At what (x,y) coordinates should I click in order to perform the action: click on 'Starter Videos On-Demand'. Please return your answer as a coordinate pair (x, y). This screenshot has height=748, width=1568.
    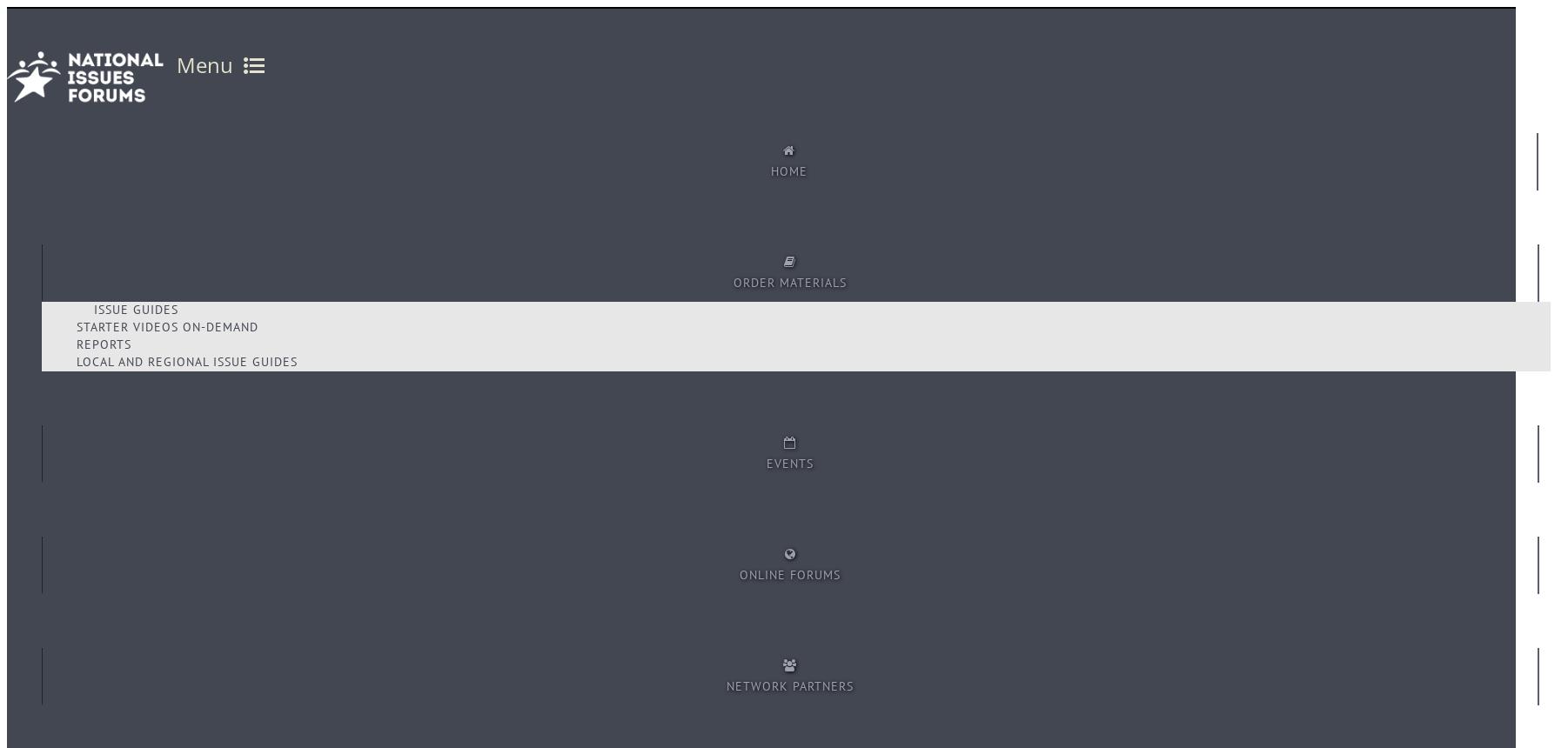
    Looking at the image, I should click on (166, 326).